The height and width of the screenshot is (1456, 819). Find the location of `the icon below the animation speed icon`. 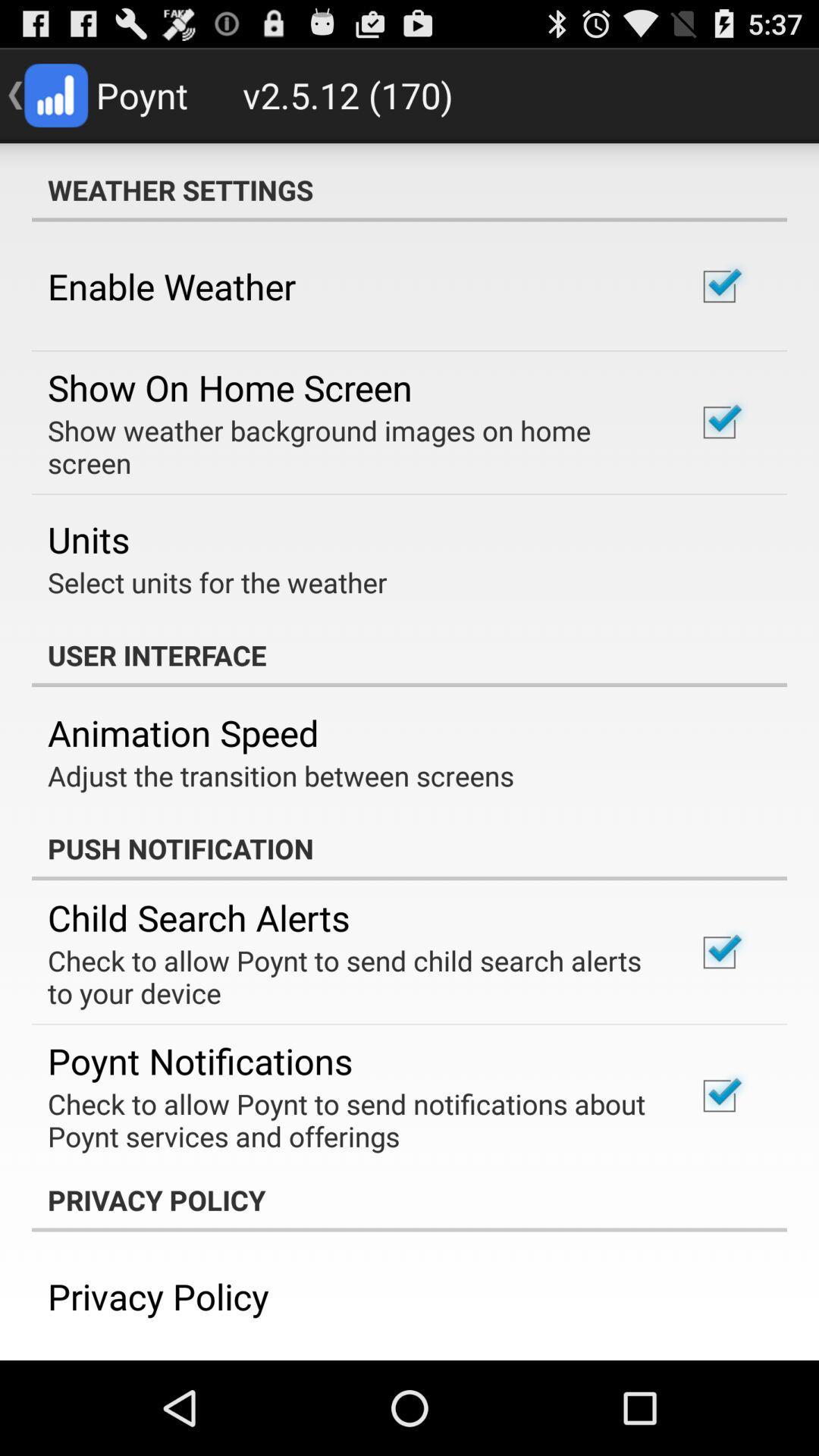

the icon below the animation speed icon is located at coordinates (281, 775).